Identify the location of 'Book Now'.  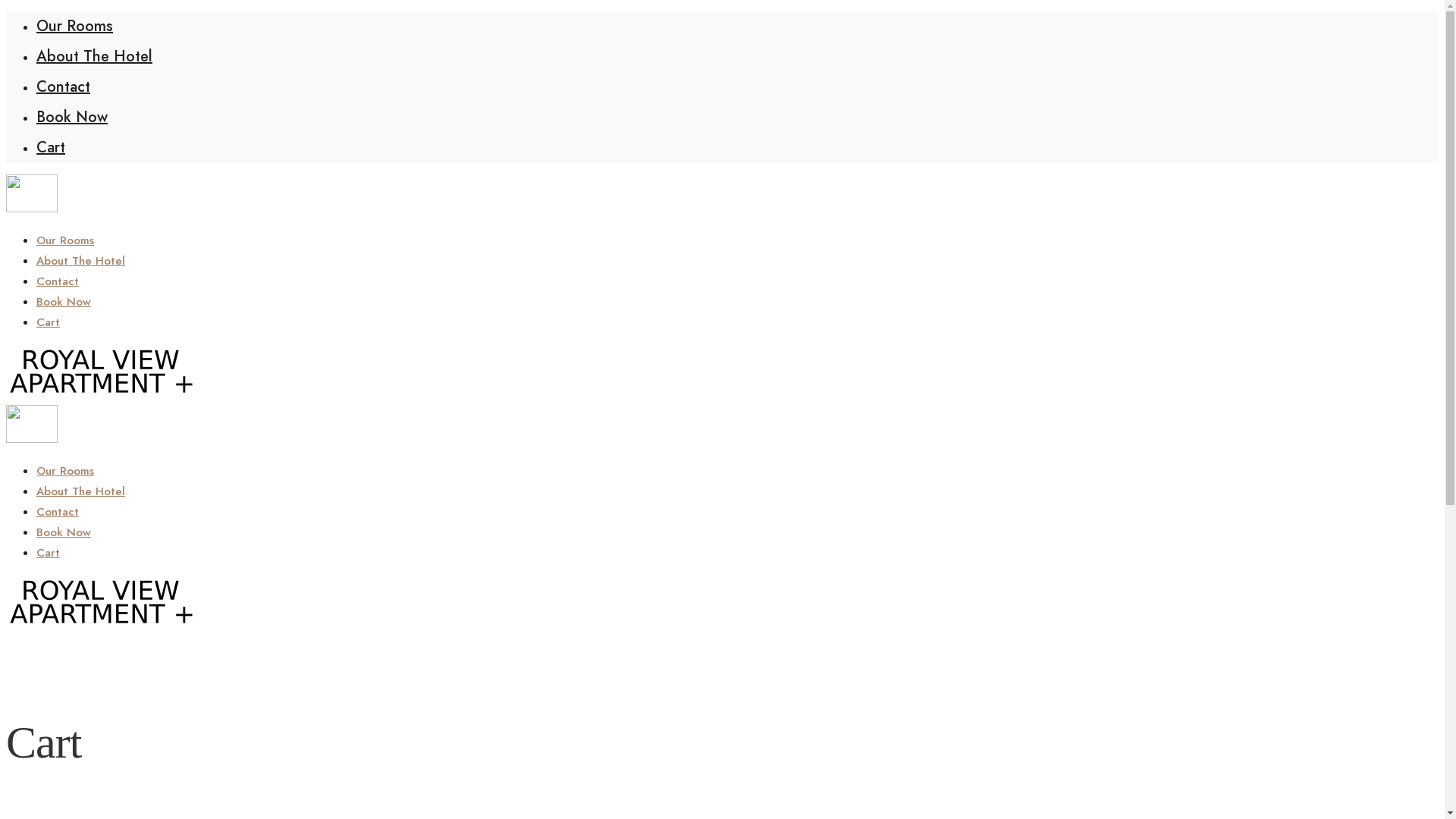
(71, 116).